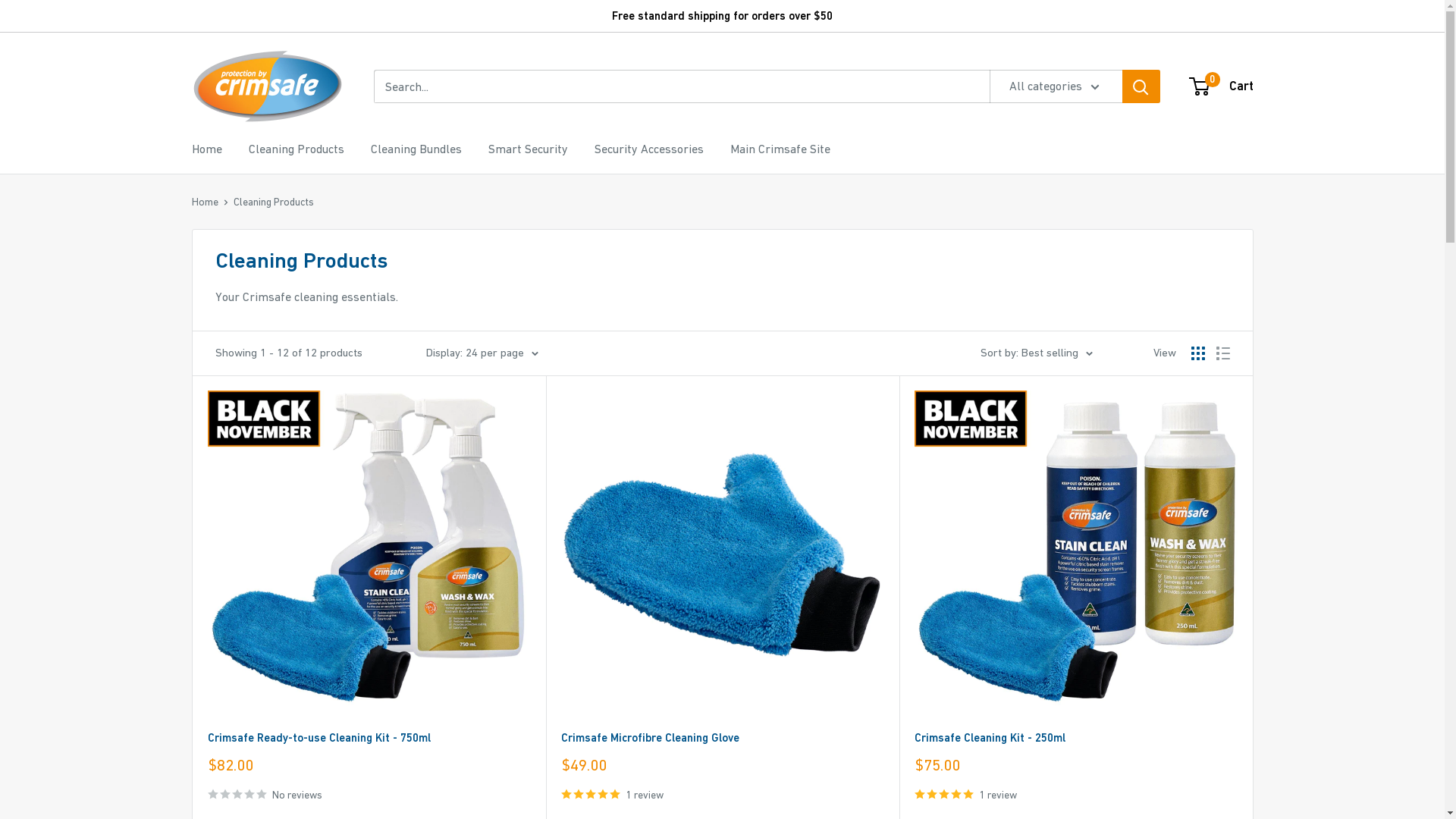 The image size is (1456, 819). What do you see at coordinates (1222, 86) in the screenshot?
I see `'0` at bounding box center [1222, 86].